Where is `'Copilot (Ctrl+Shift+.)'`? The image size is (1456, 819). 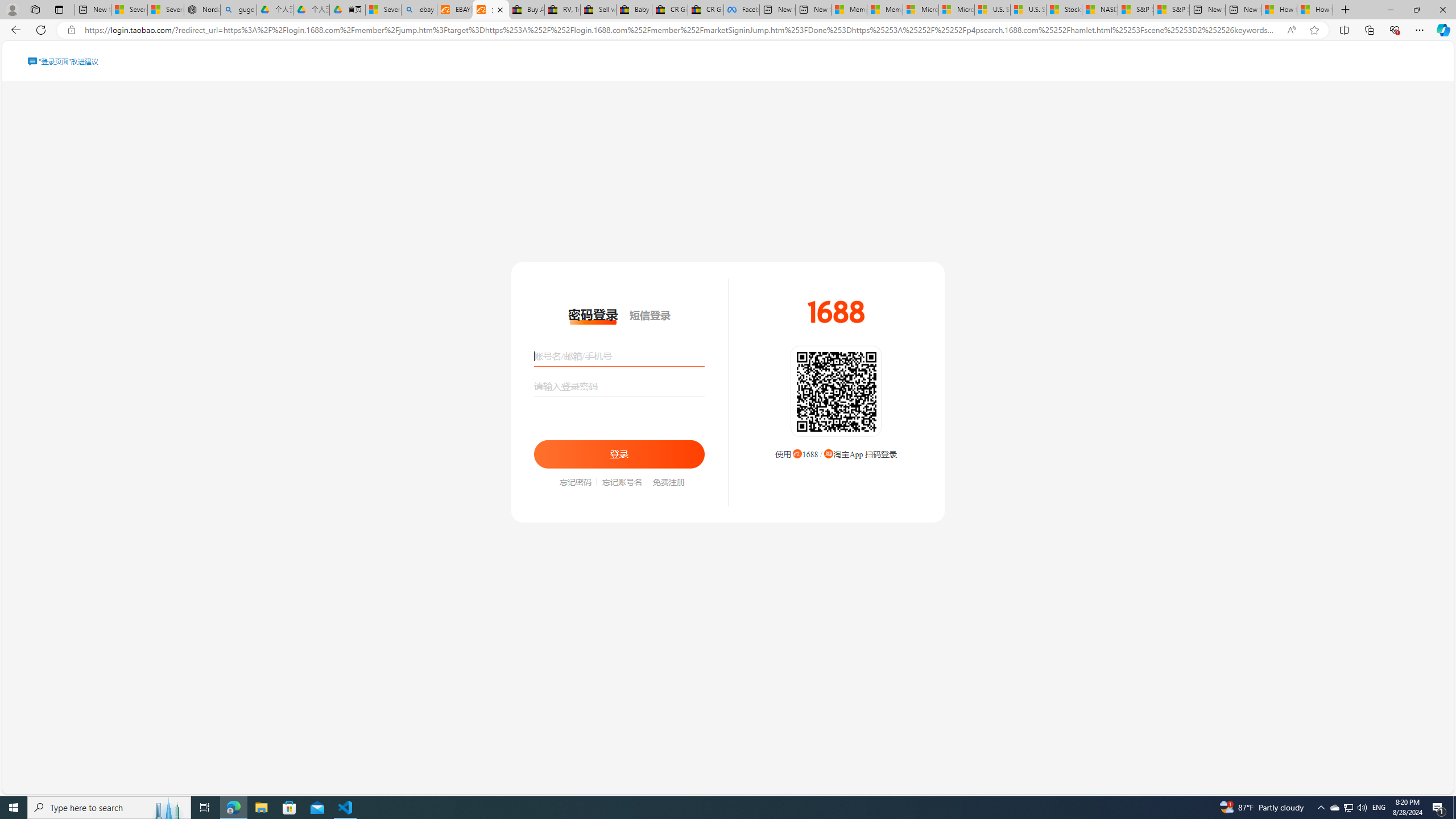
'Copilot (Ctrl+Shift+.)' is located at coordinates (1442, 29).